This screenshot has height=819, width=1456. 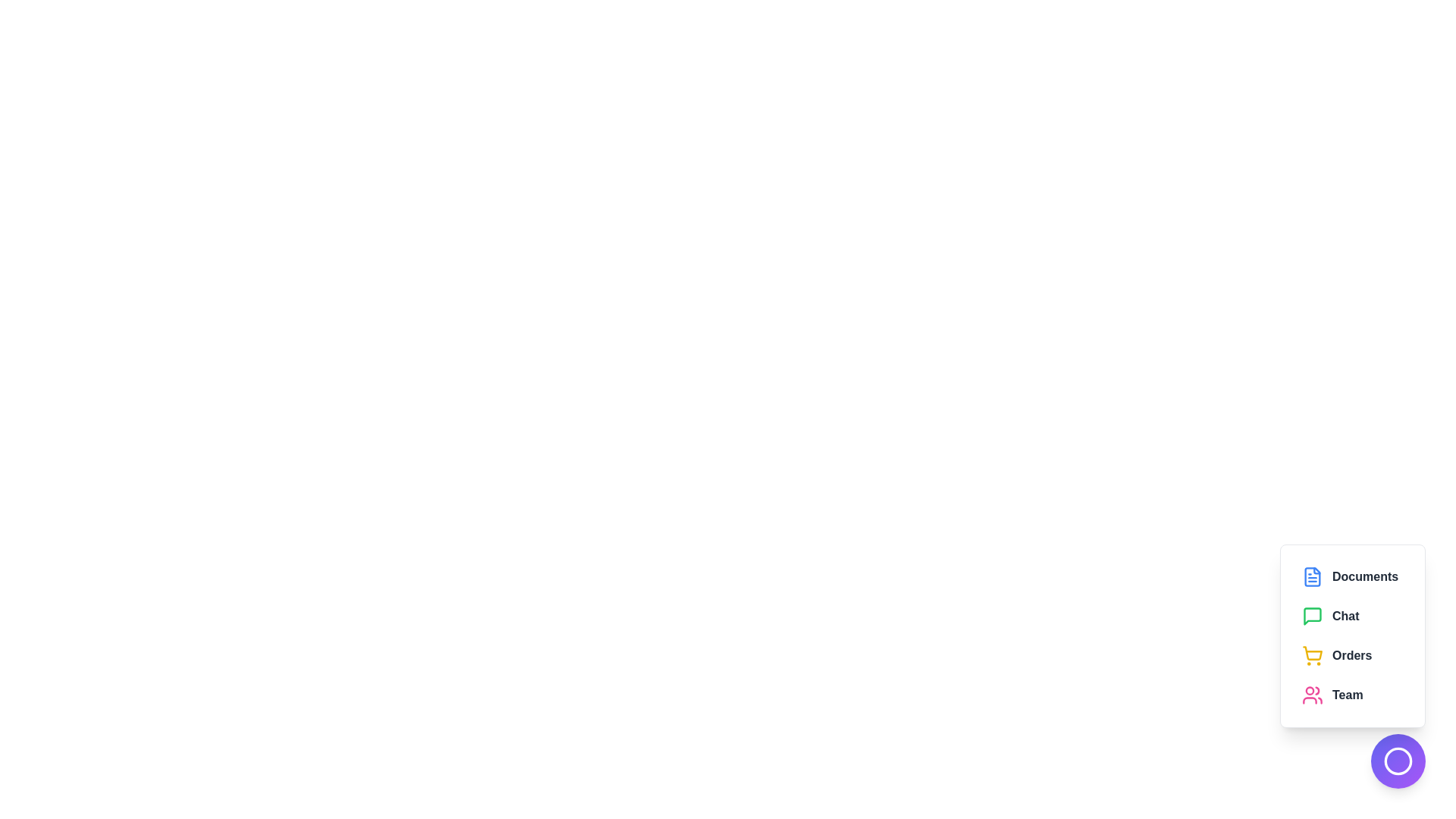 I want to click on the menu item Documents from the EnhancedSpeedDial component, so click(x=1353, y=576).